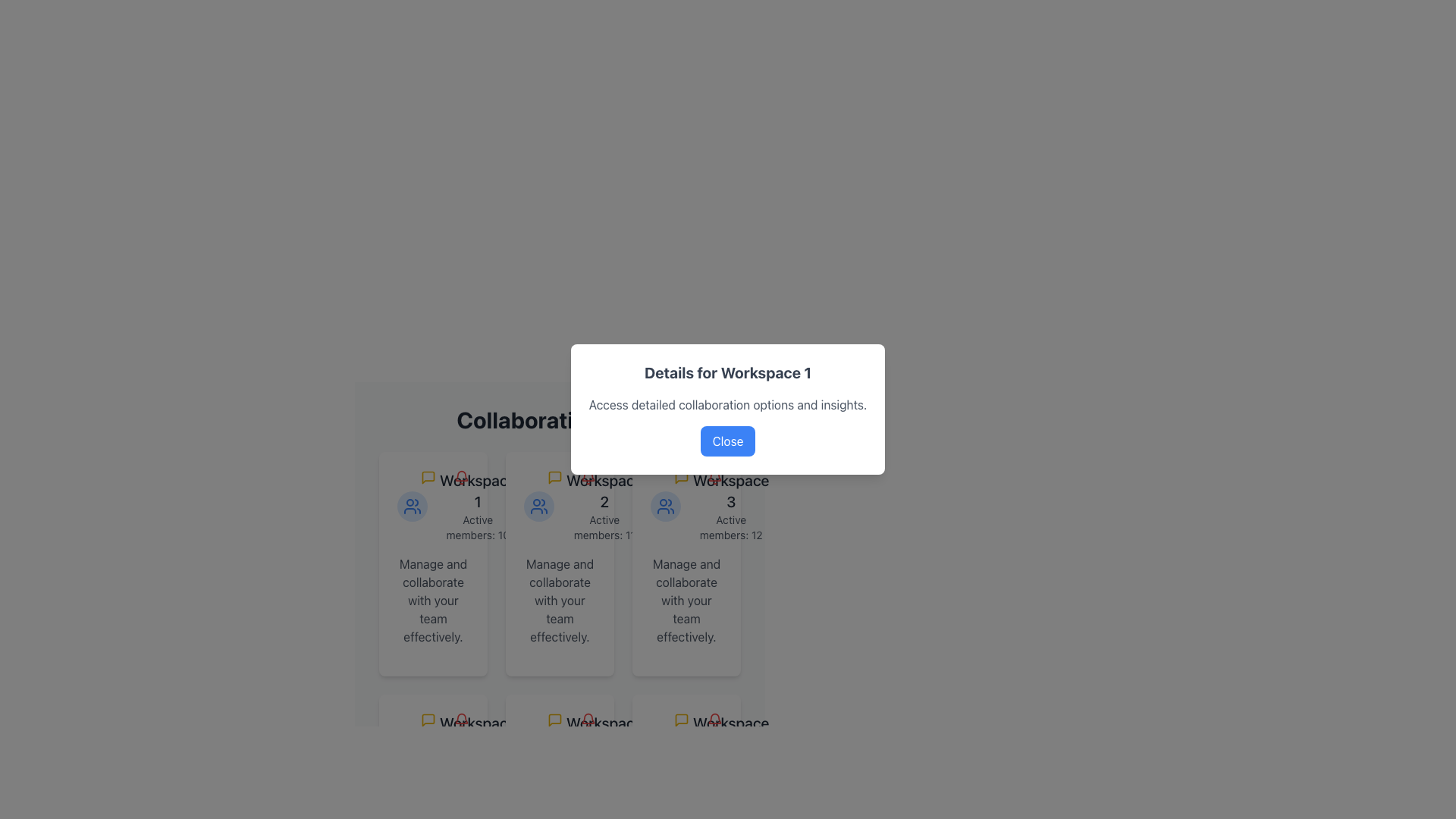 Image resolution: width=1456 pixels, height=819 pixels. I want to click on the notification icon located in the lower-right quadrant of the third workspace card in the workspace management interface, so click(714, 719).